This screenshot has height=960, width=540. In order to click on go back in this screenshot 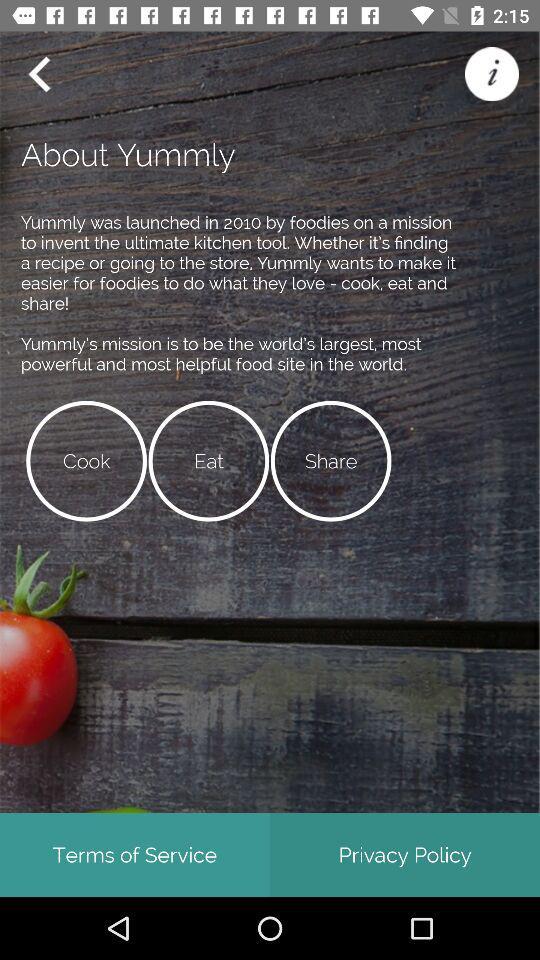, I will do `click(38, 74)`.